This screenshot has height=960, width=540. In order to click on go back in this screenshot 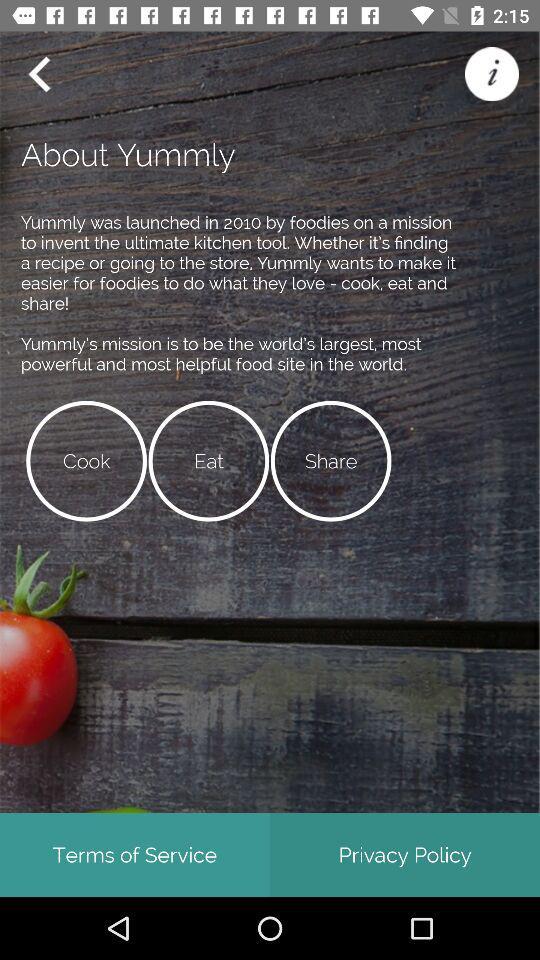, I will do `click(38, 74)`.